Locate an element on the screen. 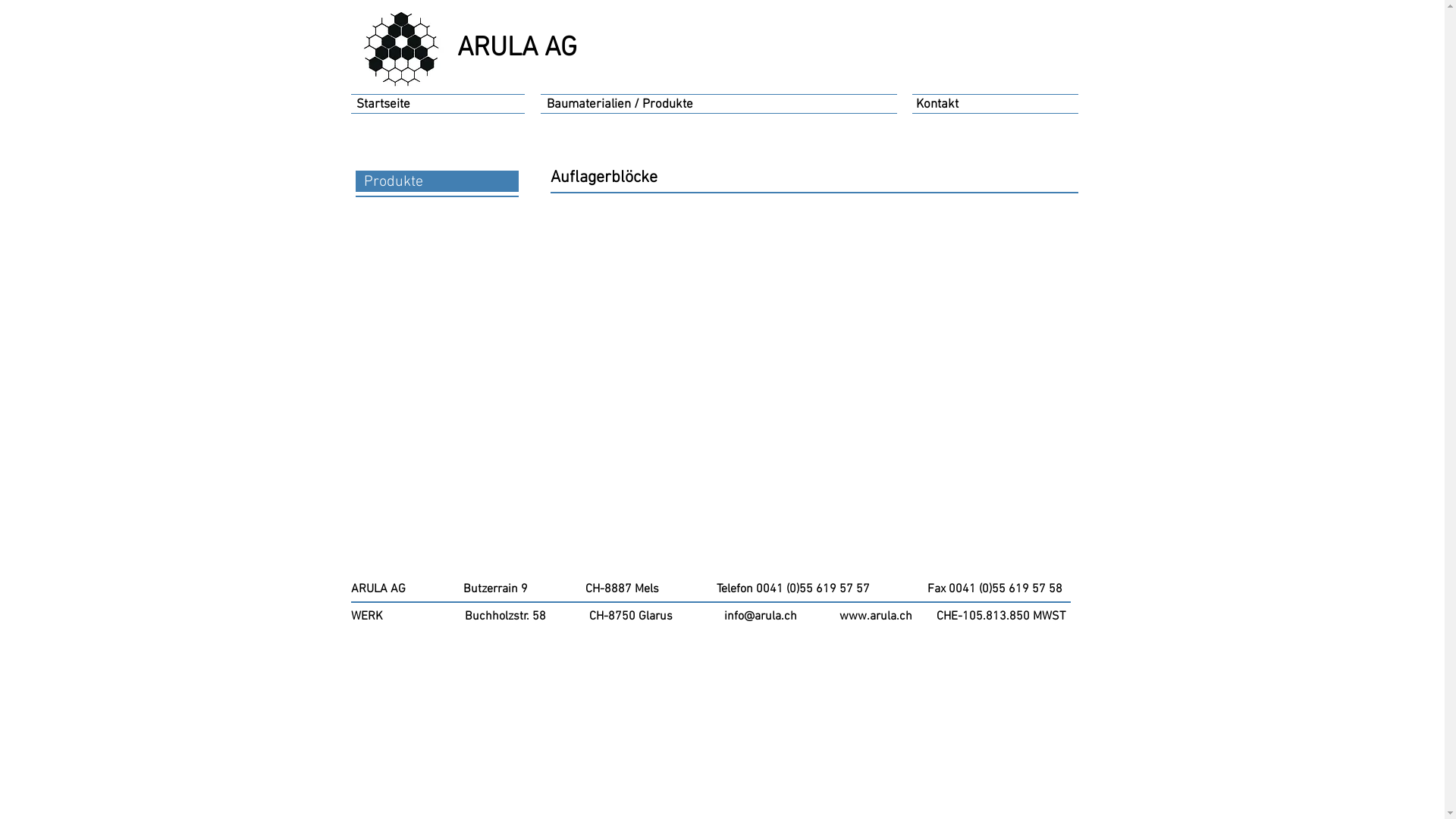  'Kontakt' is located at coordinates (935, 104).